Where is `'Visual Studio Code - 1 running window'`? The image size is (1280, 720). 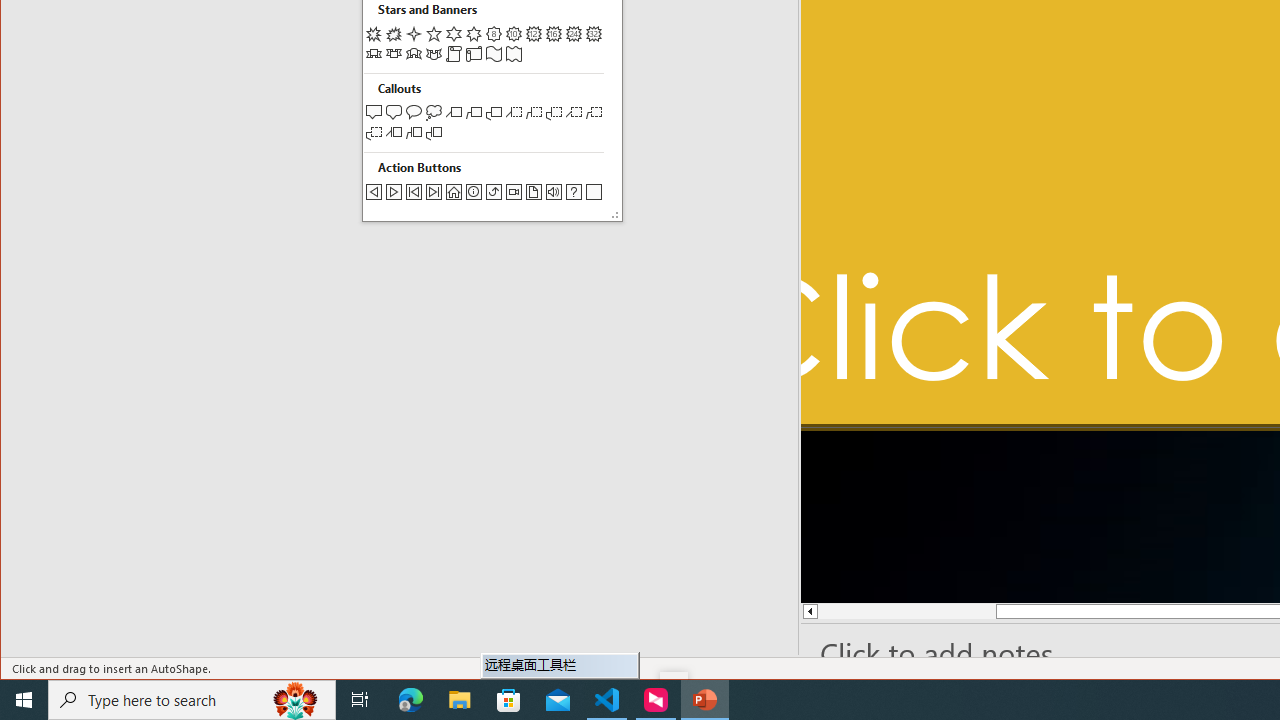 'Visual Studio Code - 1 running window' is located at coordinates (606, 698).